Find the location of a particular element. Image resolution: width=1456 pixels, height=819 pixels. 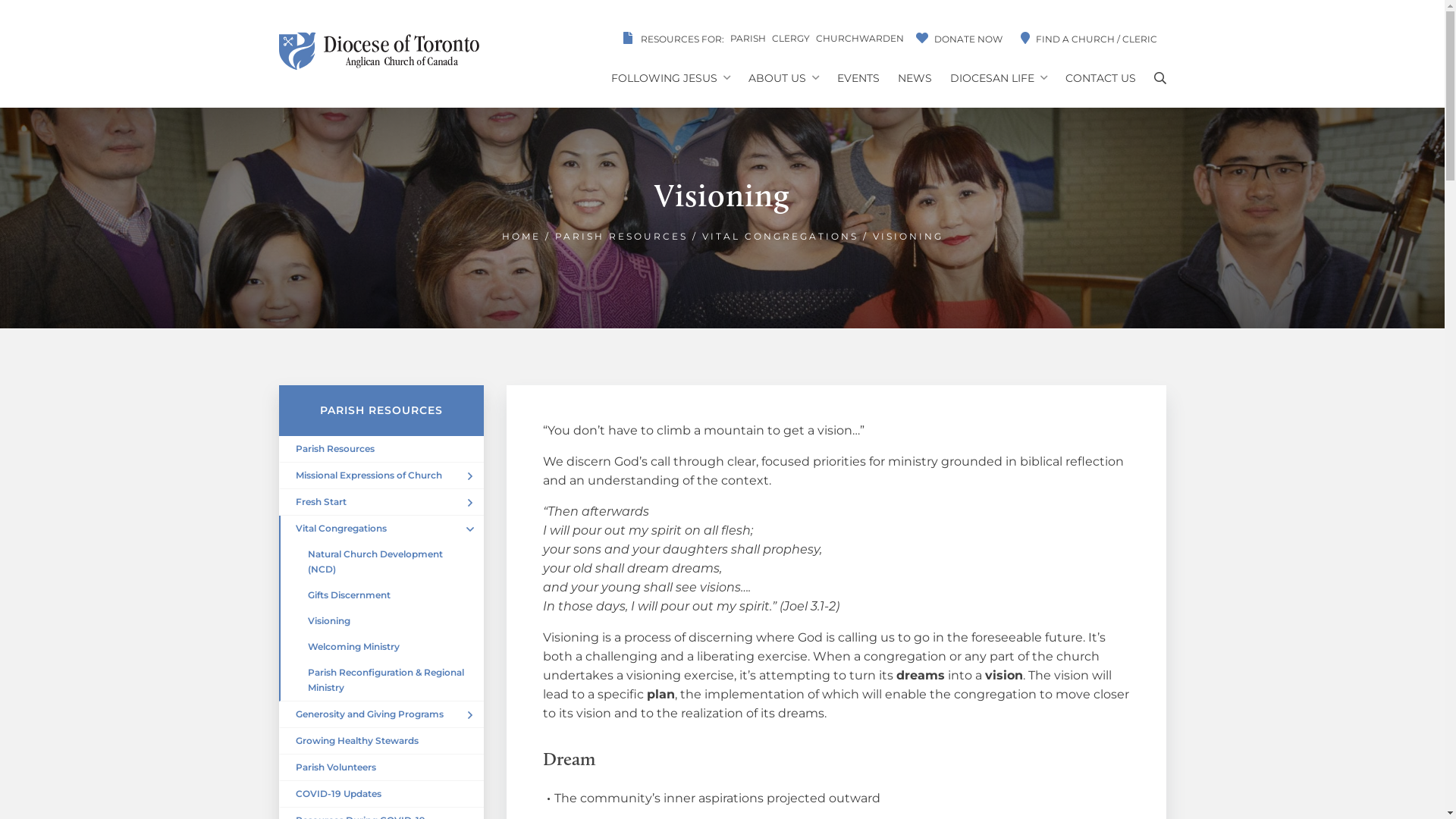

'DONATE NOW' is located at coordinates (959, 37).